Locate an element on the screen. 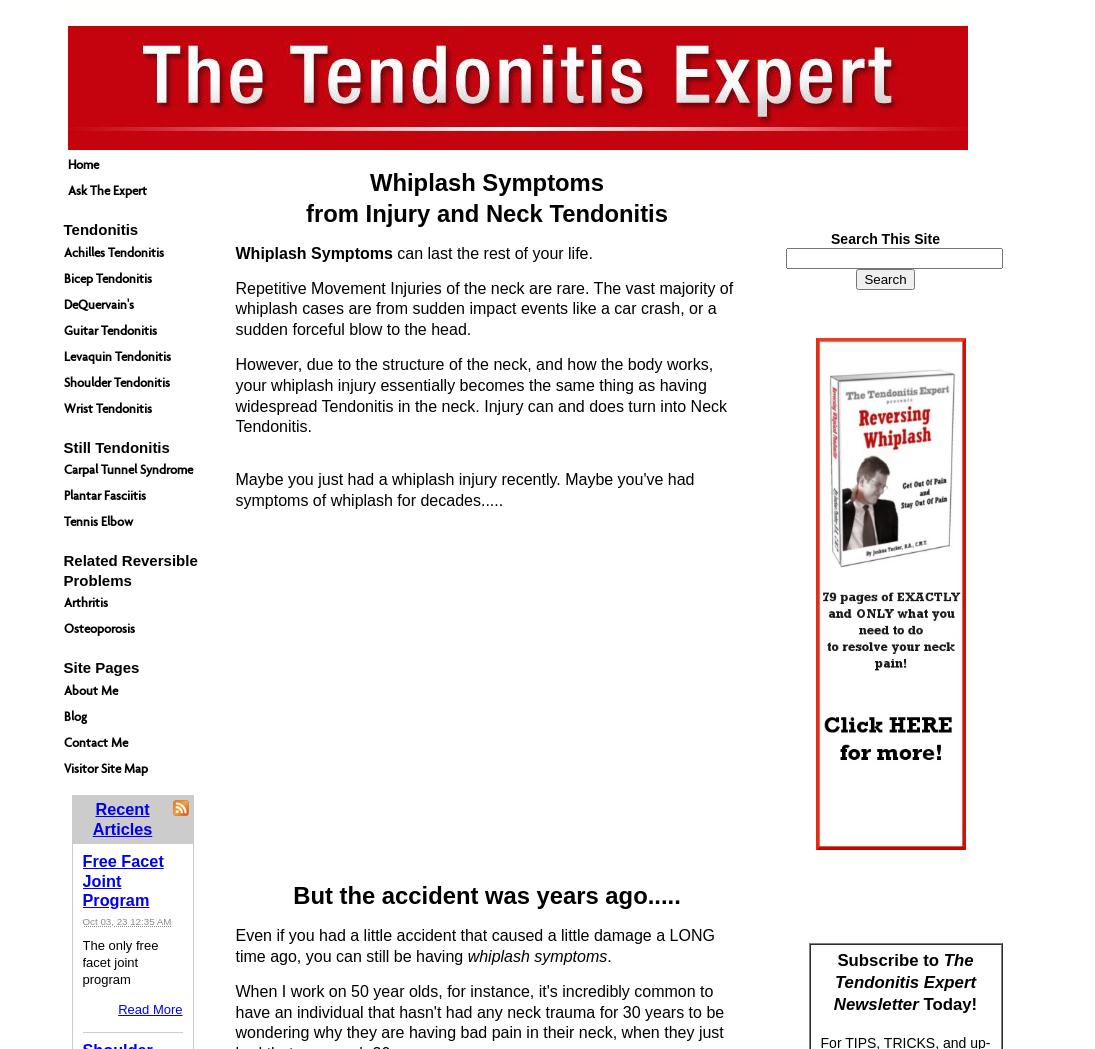 The height and width of the screenshot is (1049, 1095). 'Oct 03, 23 12:35 AM' is located at coordinates (125, 919).